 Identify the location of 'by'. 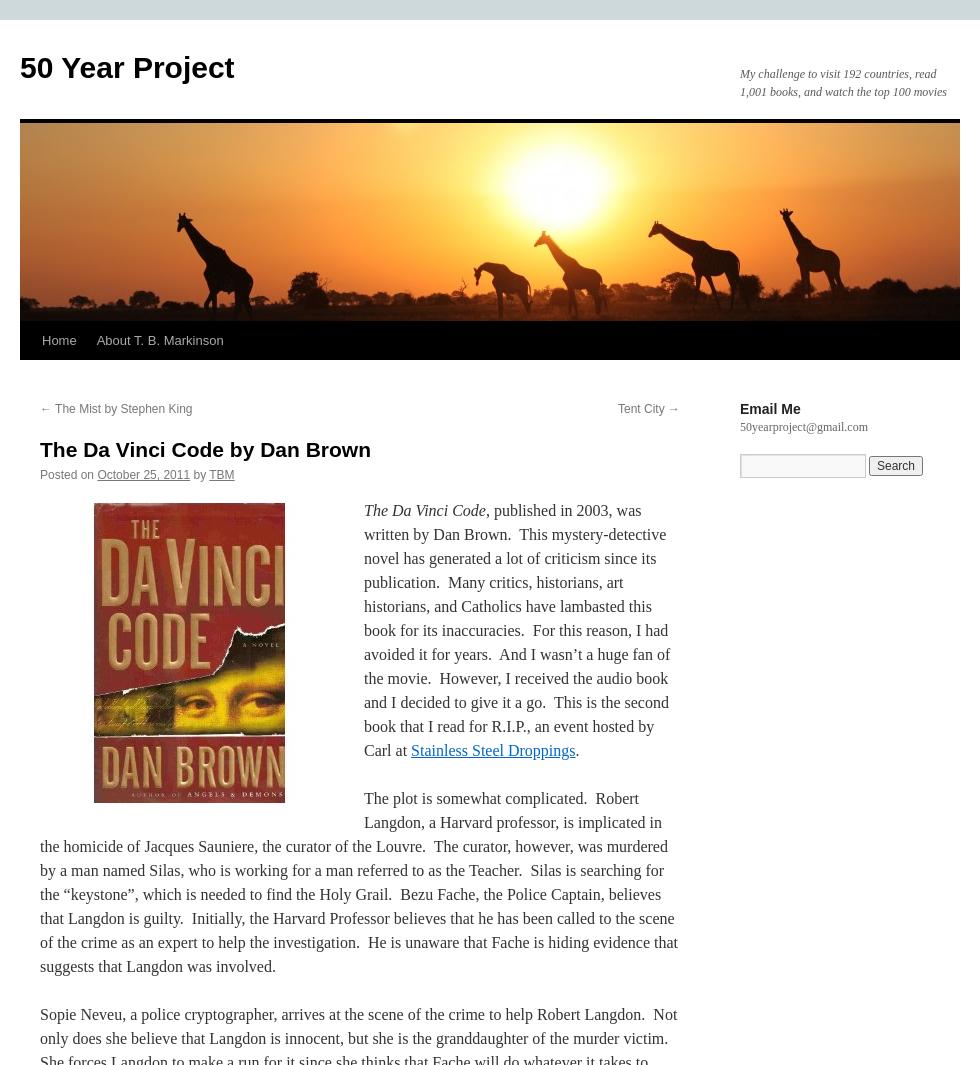
(192, 473).